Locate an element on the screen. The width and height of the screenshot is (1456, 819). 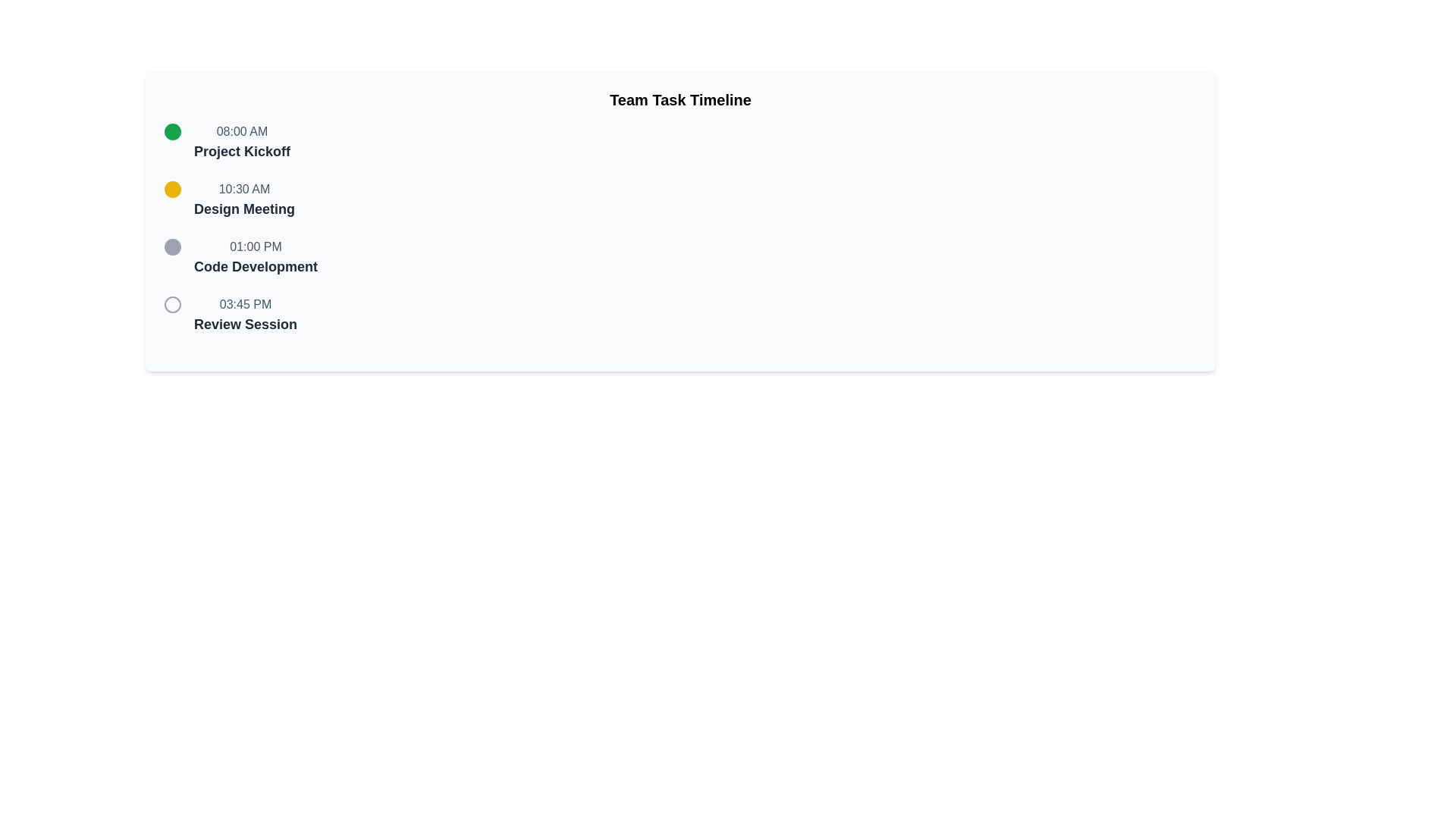
the gray Status Indicator aligned horizontally to the left of the text 'Code Development' in the third row of the vertical timeline is located at coordinates (172, 246).